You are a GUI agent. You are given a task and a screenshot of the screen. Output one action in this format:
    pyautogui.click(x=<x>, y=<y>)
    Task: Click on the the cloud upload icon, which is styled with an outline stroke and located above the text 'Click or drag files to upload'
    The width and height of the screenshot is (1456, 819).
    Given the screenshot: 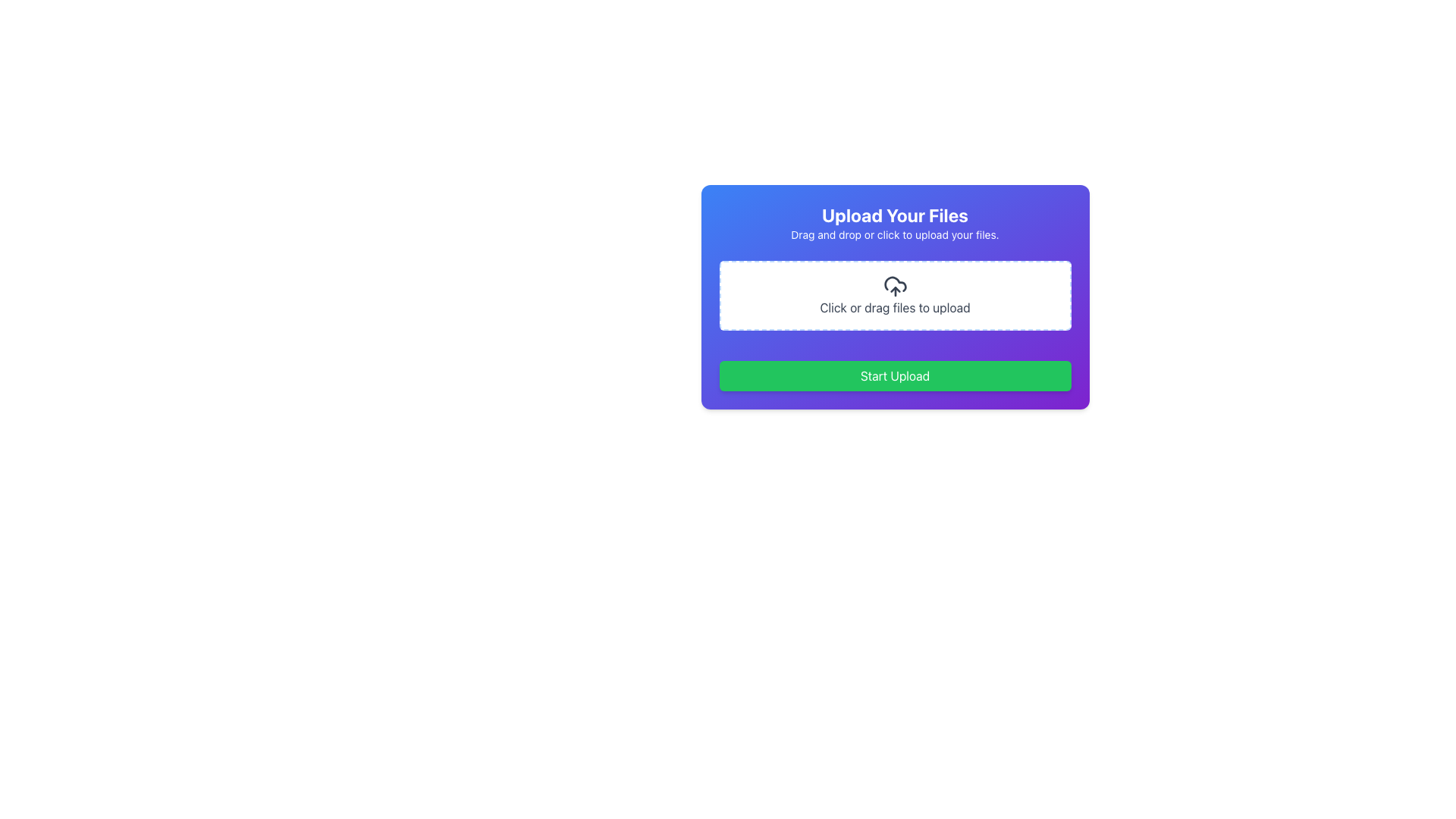 What is the action you would take?
    pyautogui.click(x=895, y=287)
    